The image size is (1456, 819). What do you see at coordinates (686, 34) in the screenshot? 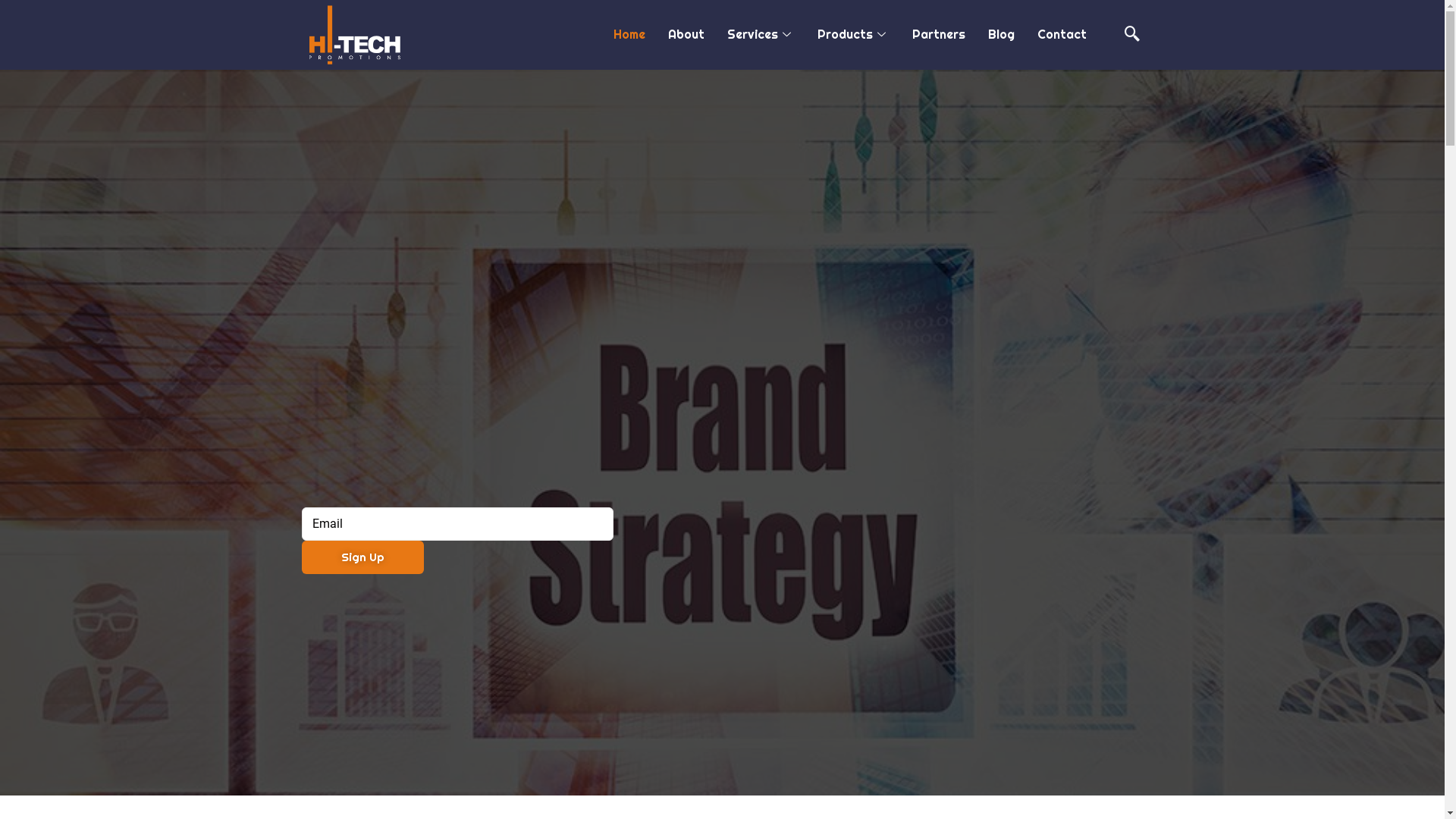
I see `'About'` at bounding box center [686, 34].